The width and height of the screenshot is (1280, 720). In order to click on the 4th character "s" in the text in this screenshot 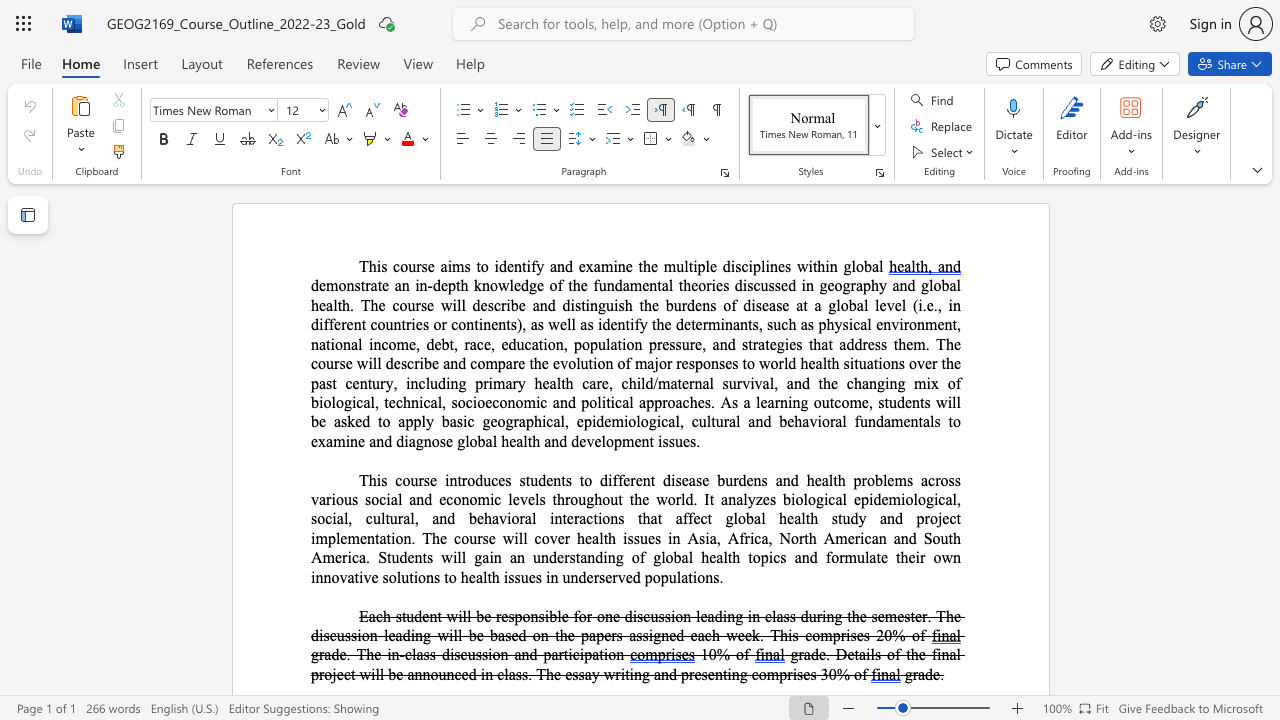, I will do `click(770, 285)`.